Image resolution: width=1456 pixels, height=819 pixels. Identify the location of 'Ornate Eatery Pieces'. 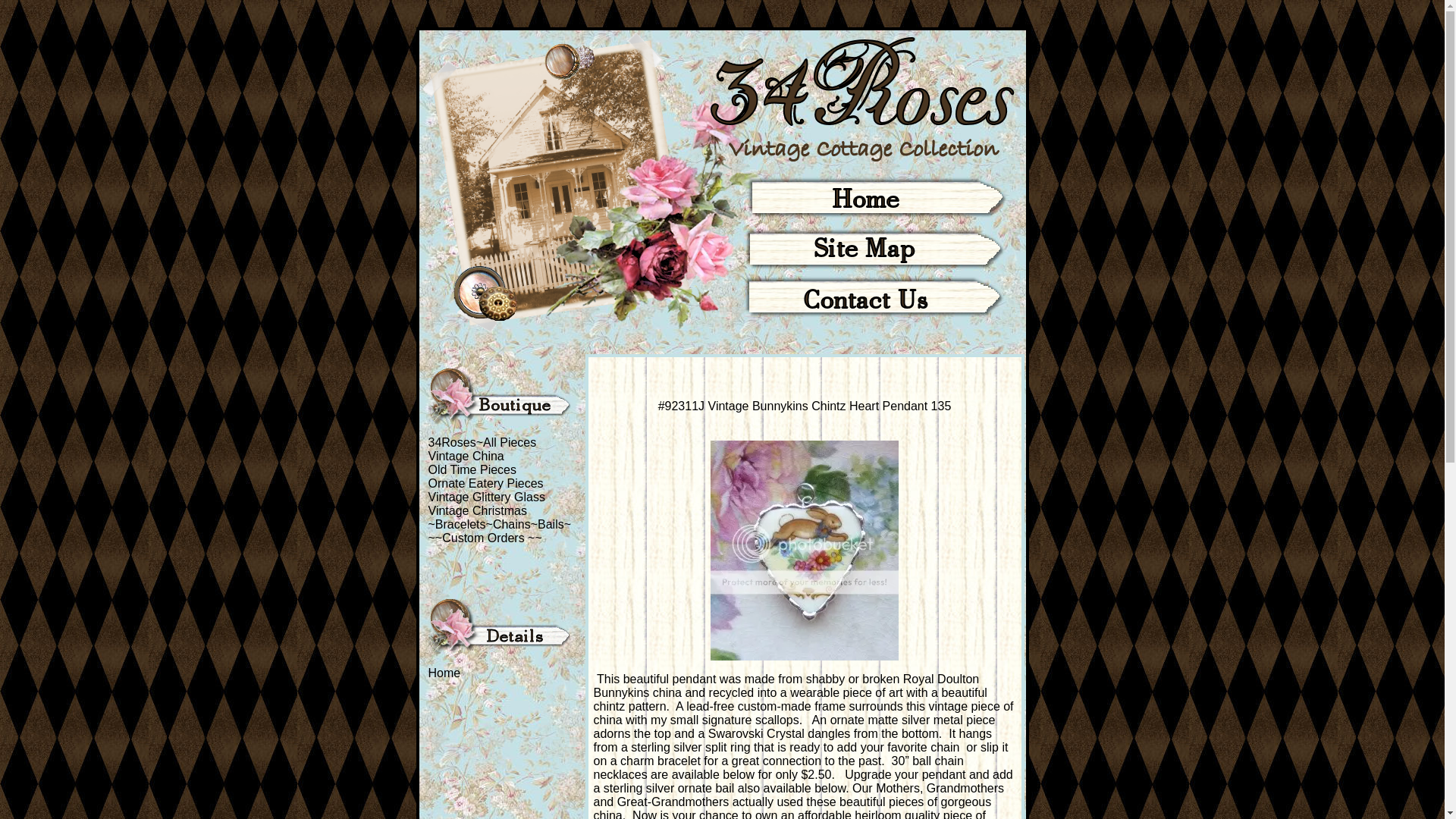
(484, 483).